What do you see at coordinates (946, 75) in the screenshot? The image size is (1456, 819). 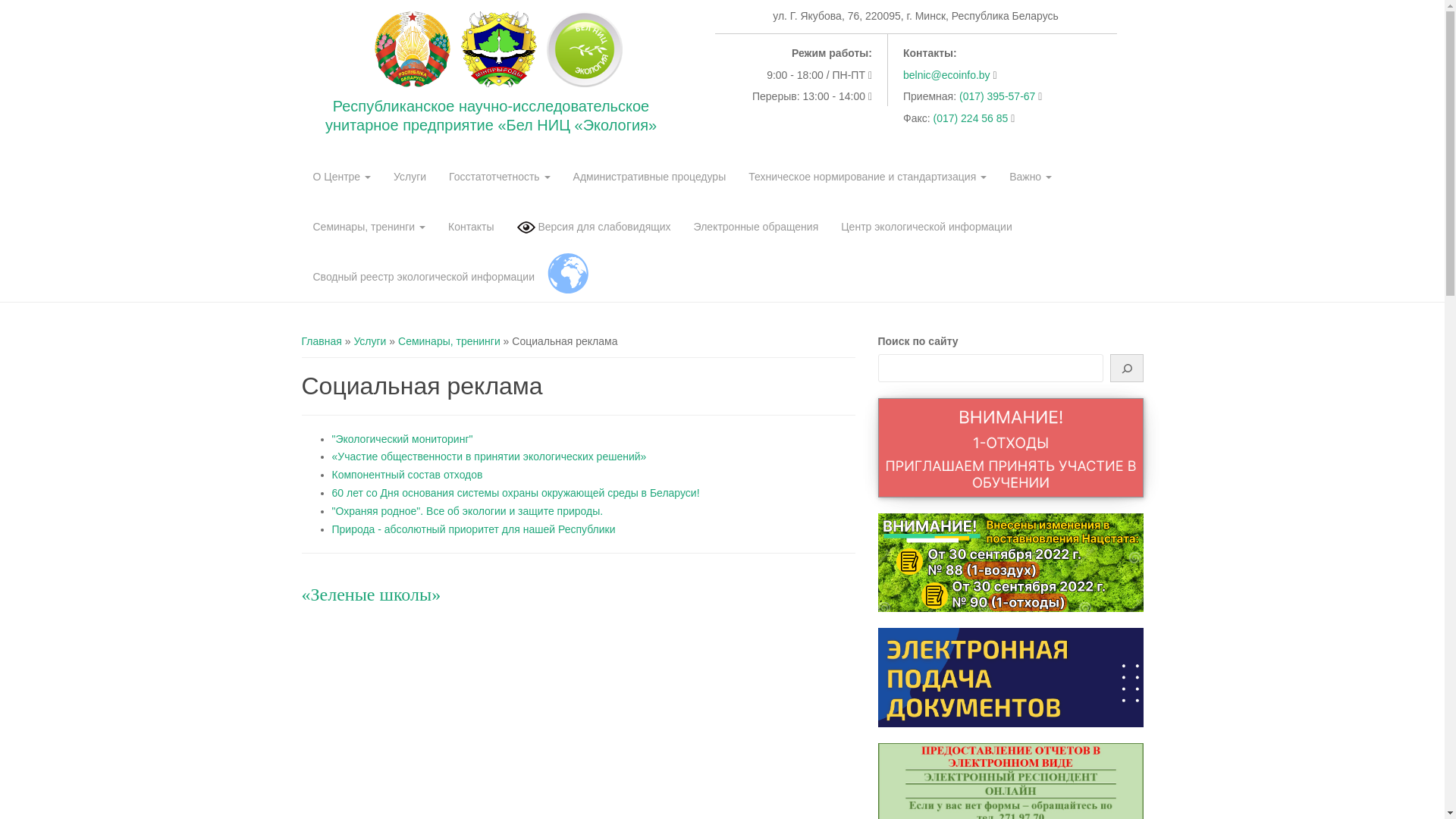 I see `'belnic@ecoinfo.by'` at bounding box center [946, 75].